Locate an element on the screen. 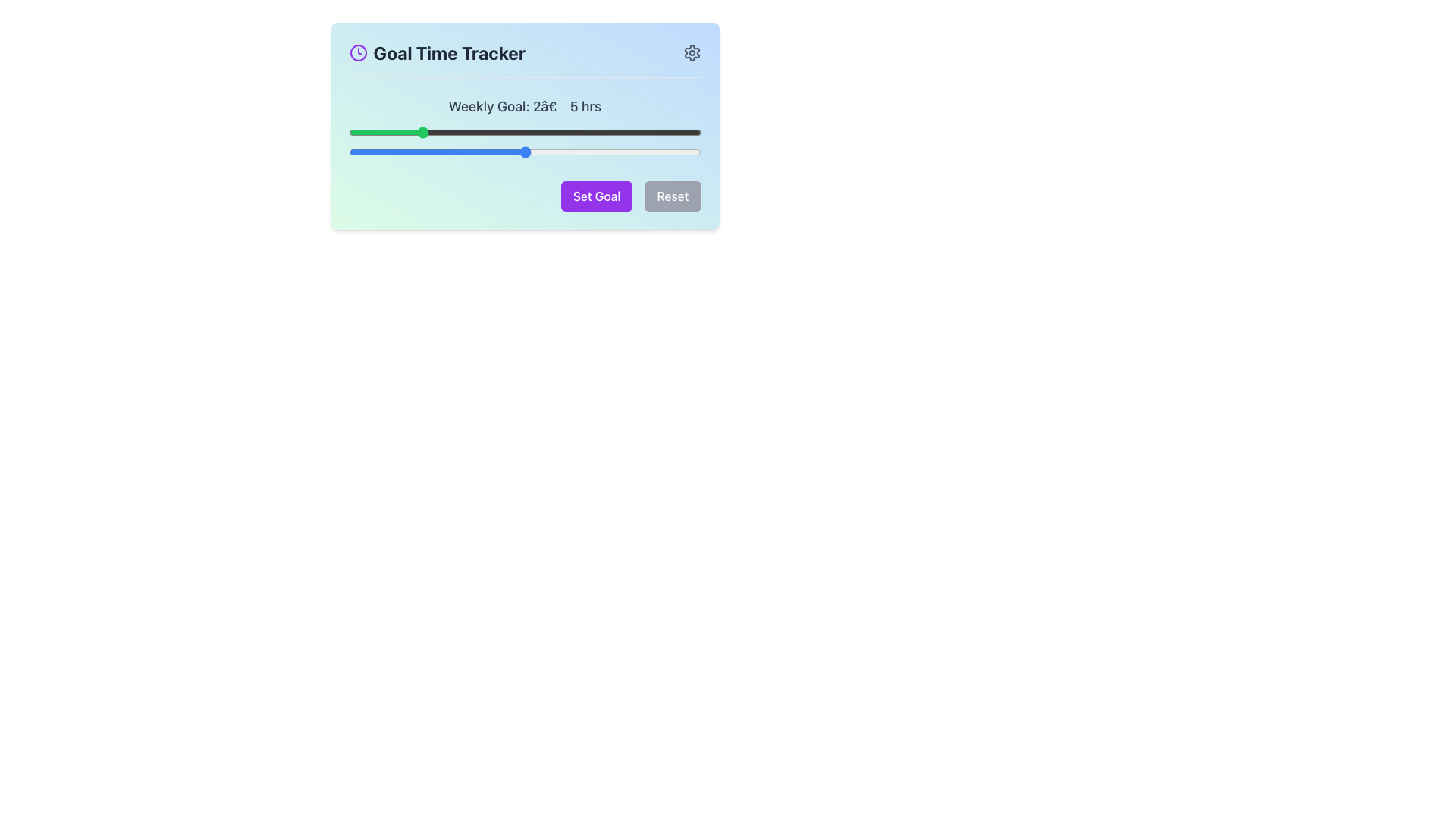 The height and width of the screenshot is (819, 1456). the time slider is located at coordinates (384, 131).